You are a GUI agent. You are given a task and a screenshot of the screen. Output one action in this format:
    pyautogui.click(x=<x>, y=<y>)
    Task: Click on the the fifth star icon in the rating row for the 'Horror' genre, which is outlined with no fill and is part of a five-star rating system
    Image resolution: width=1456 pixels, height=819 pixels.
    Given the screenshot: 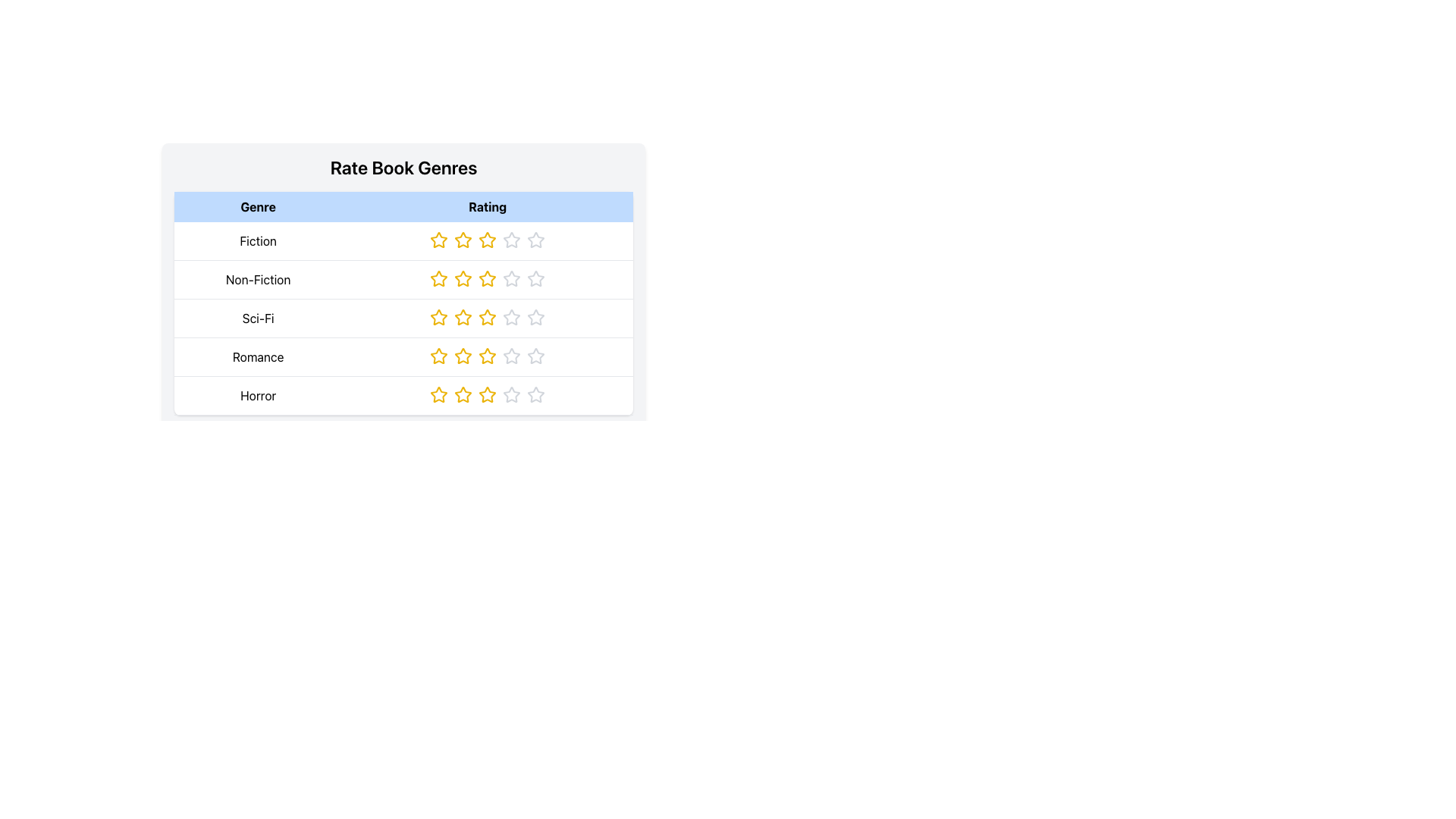 What is the action you would take?
    pyautogui.click(x=536, y=394)
    